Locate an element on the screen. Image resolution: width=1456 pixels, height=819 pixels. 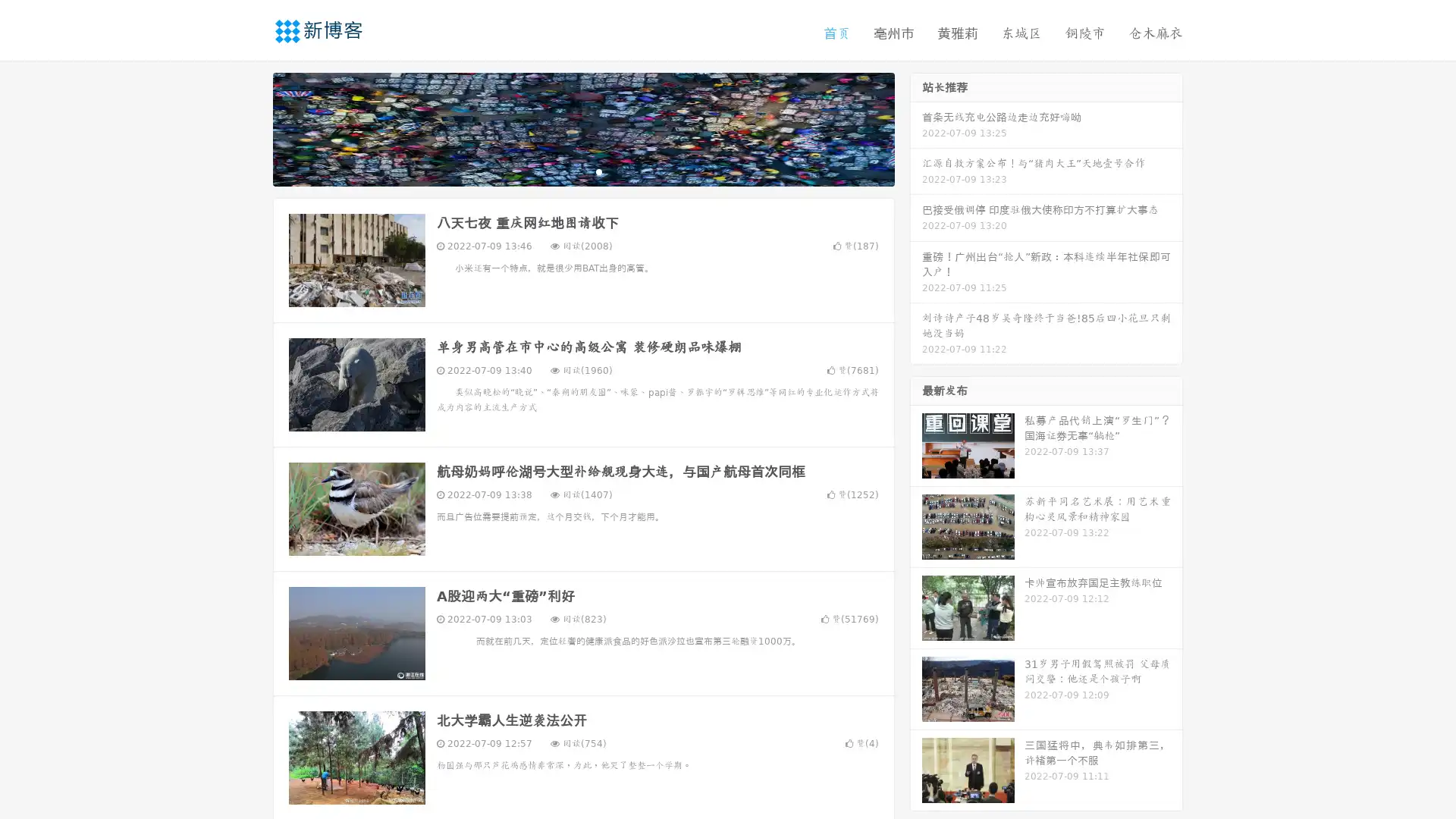
Go to slide 1 is located at coordinates (567, 171).